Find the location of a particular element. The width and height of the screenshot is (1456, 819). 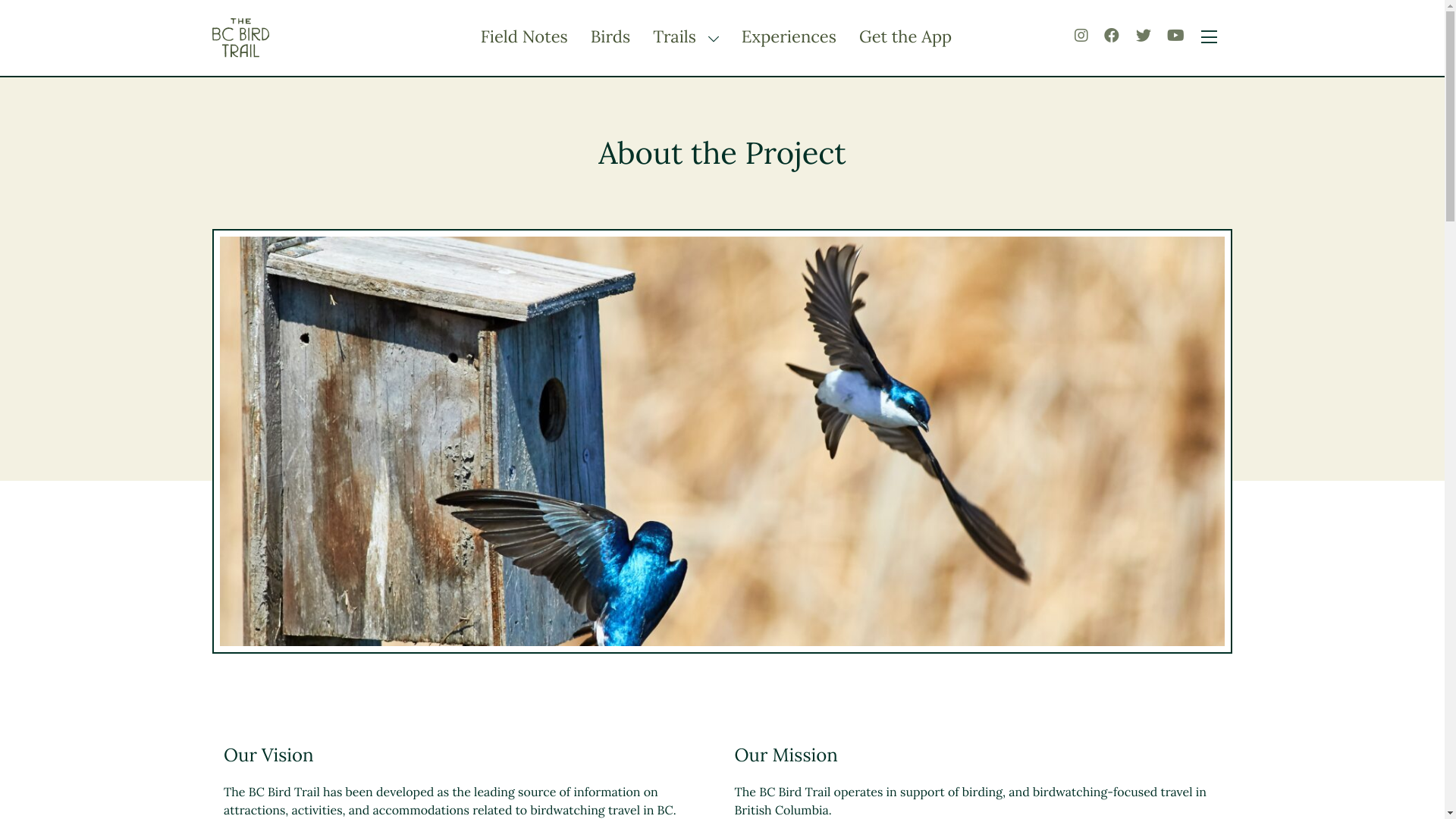

'BC Bird Trail Facebook Account' is located at coordinates (1103, 35).